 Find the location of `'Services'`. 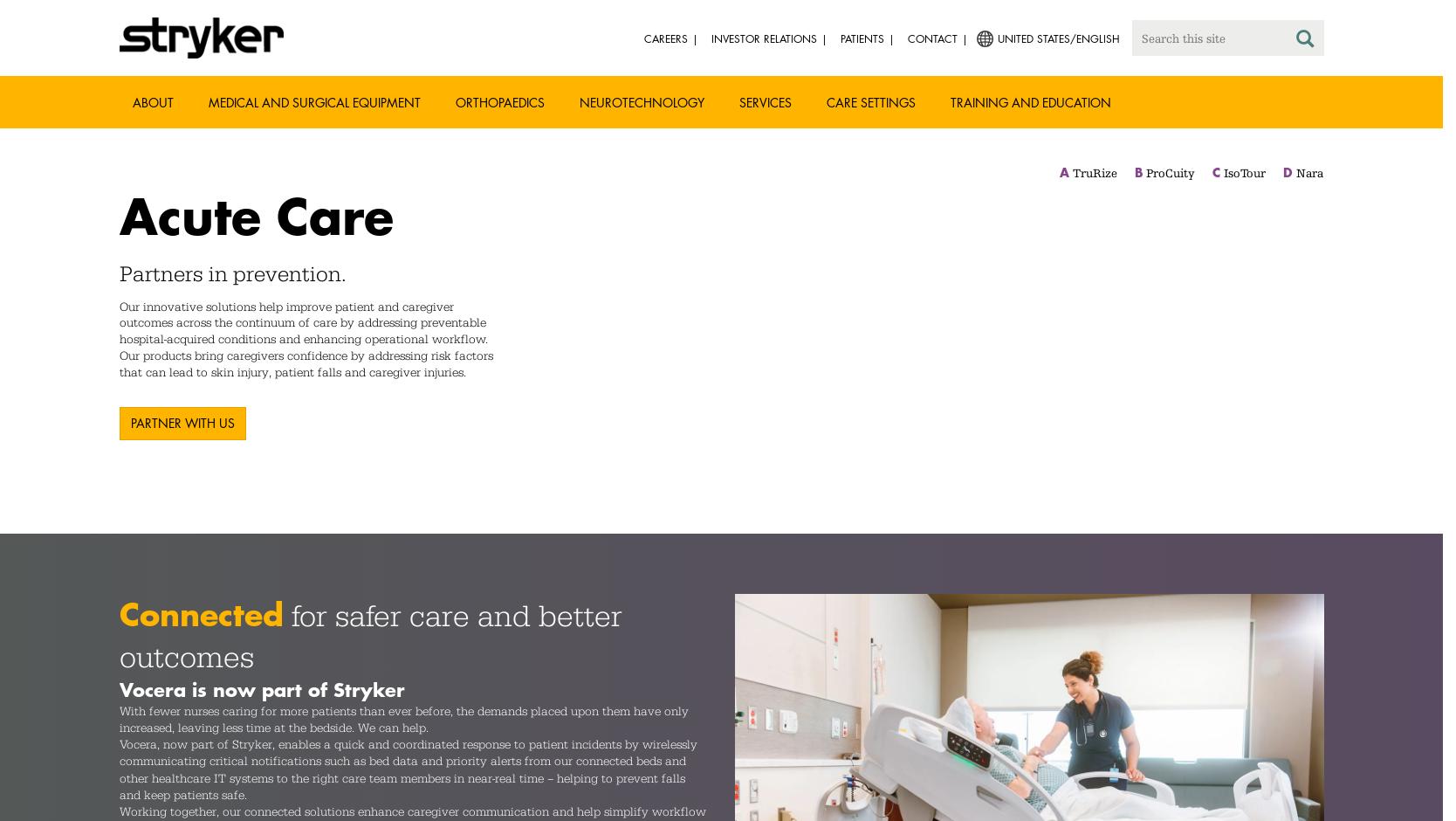

'Services' is located at coordinates (765, 102).